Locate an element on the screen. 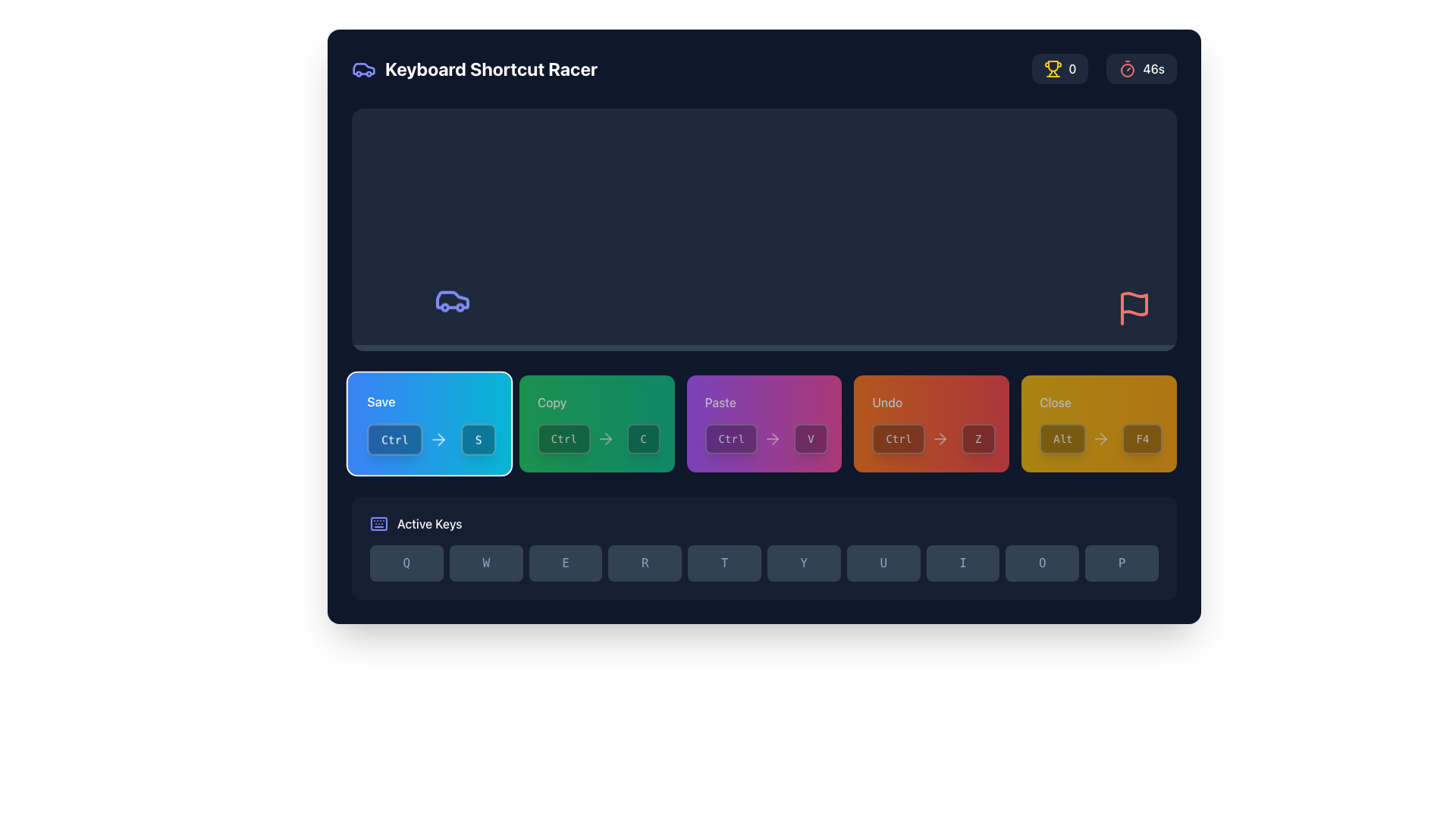 Image resolution: width=1456 pixels, height=819 pixels. the car icon, which is indigo with a smooth stroke outline and two circular strokes at the base for wheels, located to the left of the 'Keyboard Shortcut Racer' text in the header section is located at coordinates (364, 69).